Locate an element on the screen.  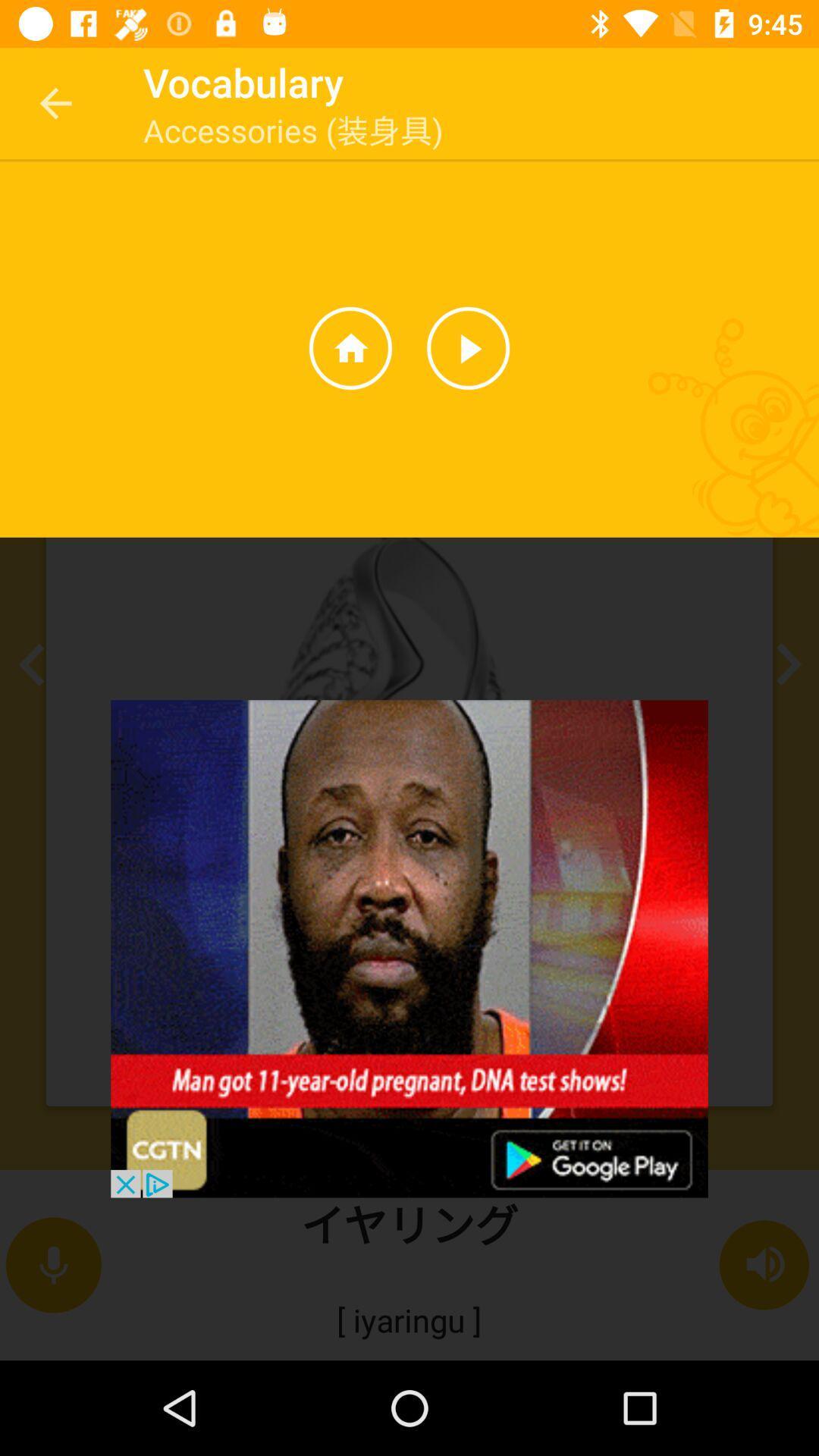
the home icon is located at coordinates (350, 347).